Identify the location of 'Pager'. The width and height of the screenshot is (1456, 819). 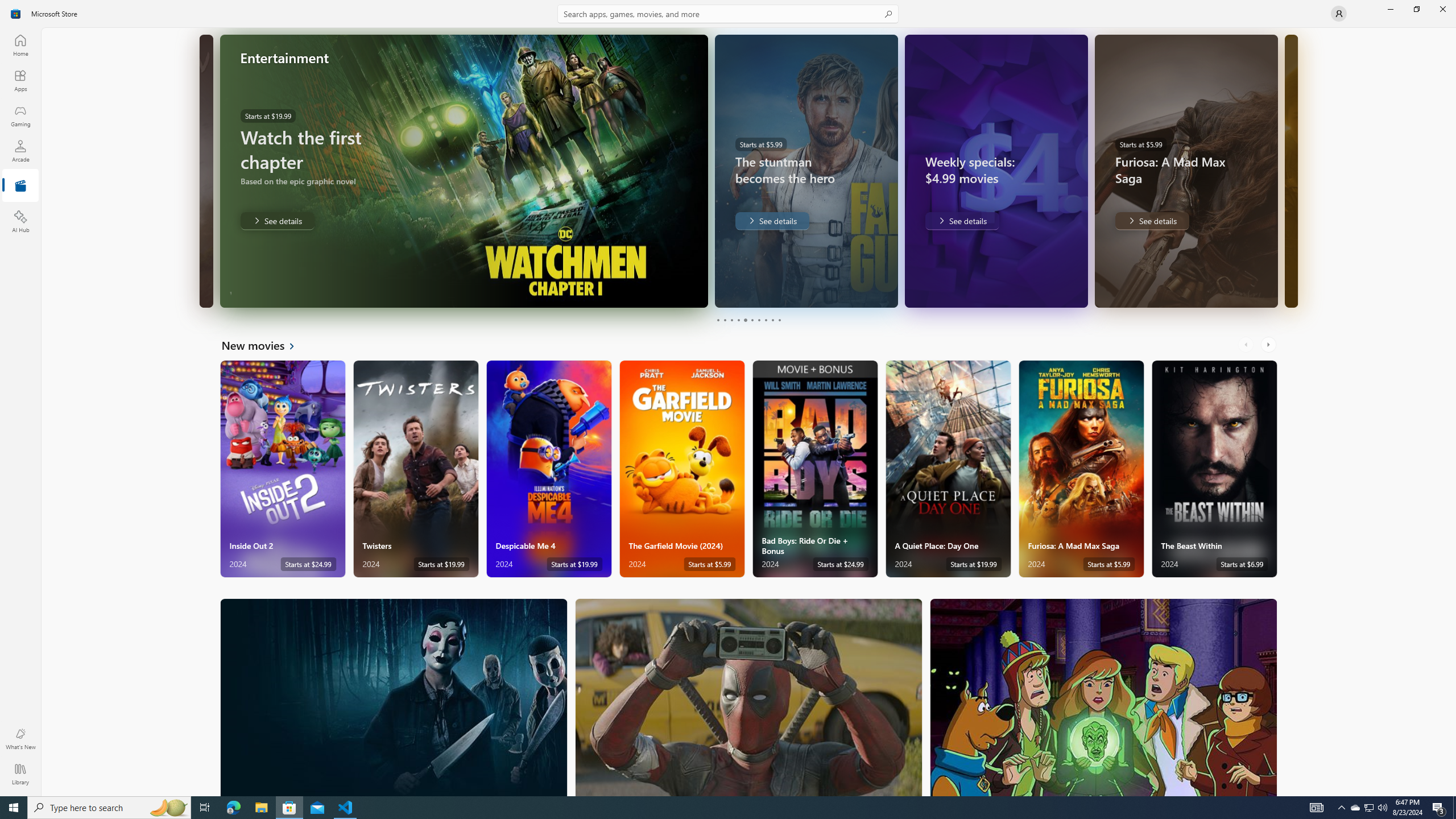
(748, 320).